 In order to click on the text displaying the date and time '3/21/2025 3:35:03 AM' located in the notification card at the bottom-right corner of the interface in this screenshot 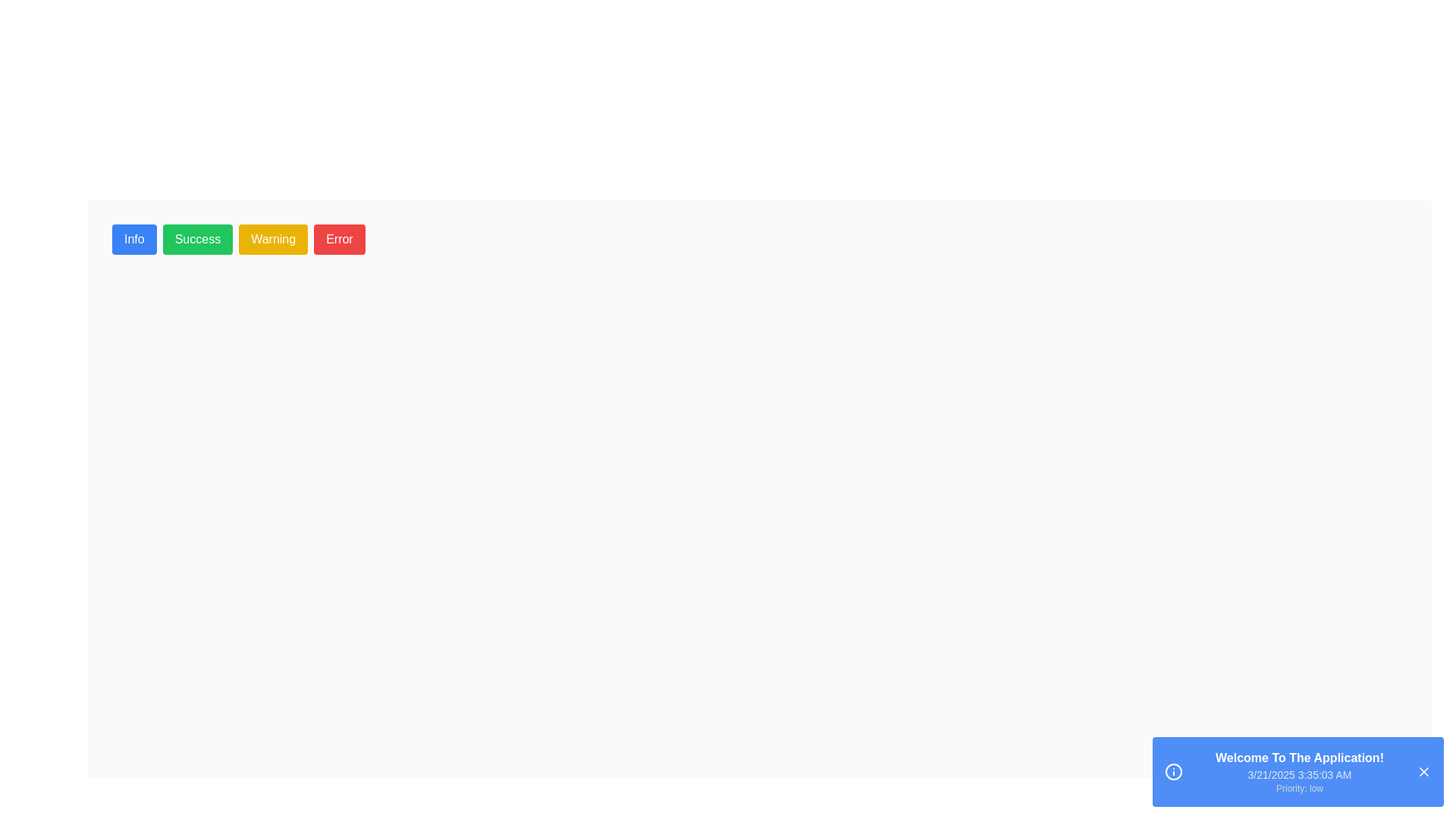, I will do `click(1298, 775)`.